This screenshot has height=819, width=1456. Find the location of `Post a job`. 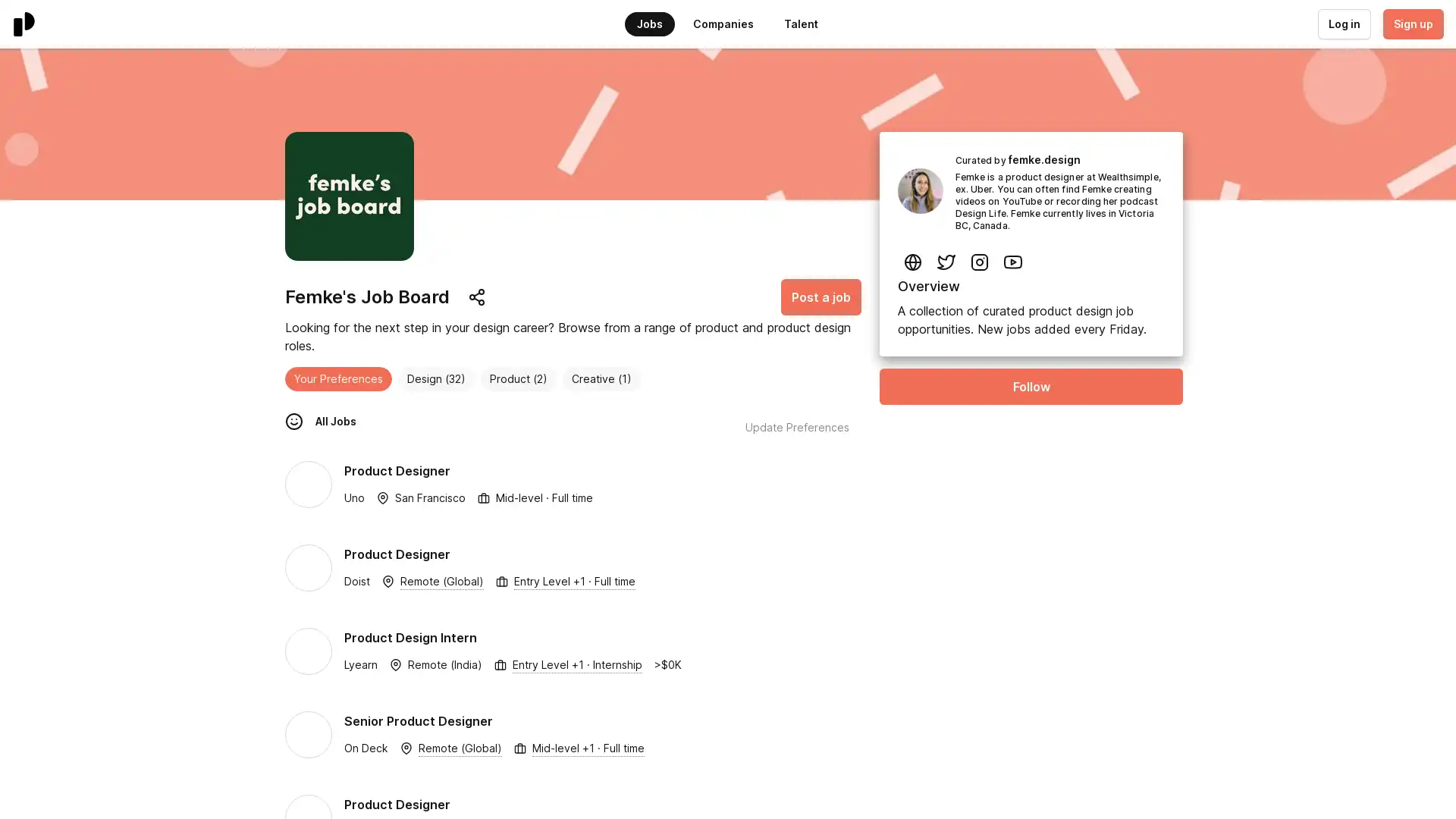

Post a job is located at coordinates (821, 297).